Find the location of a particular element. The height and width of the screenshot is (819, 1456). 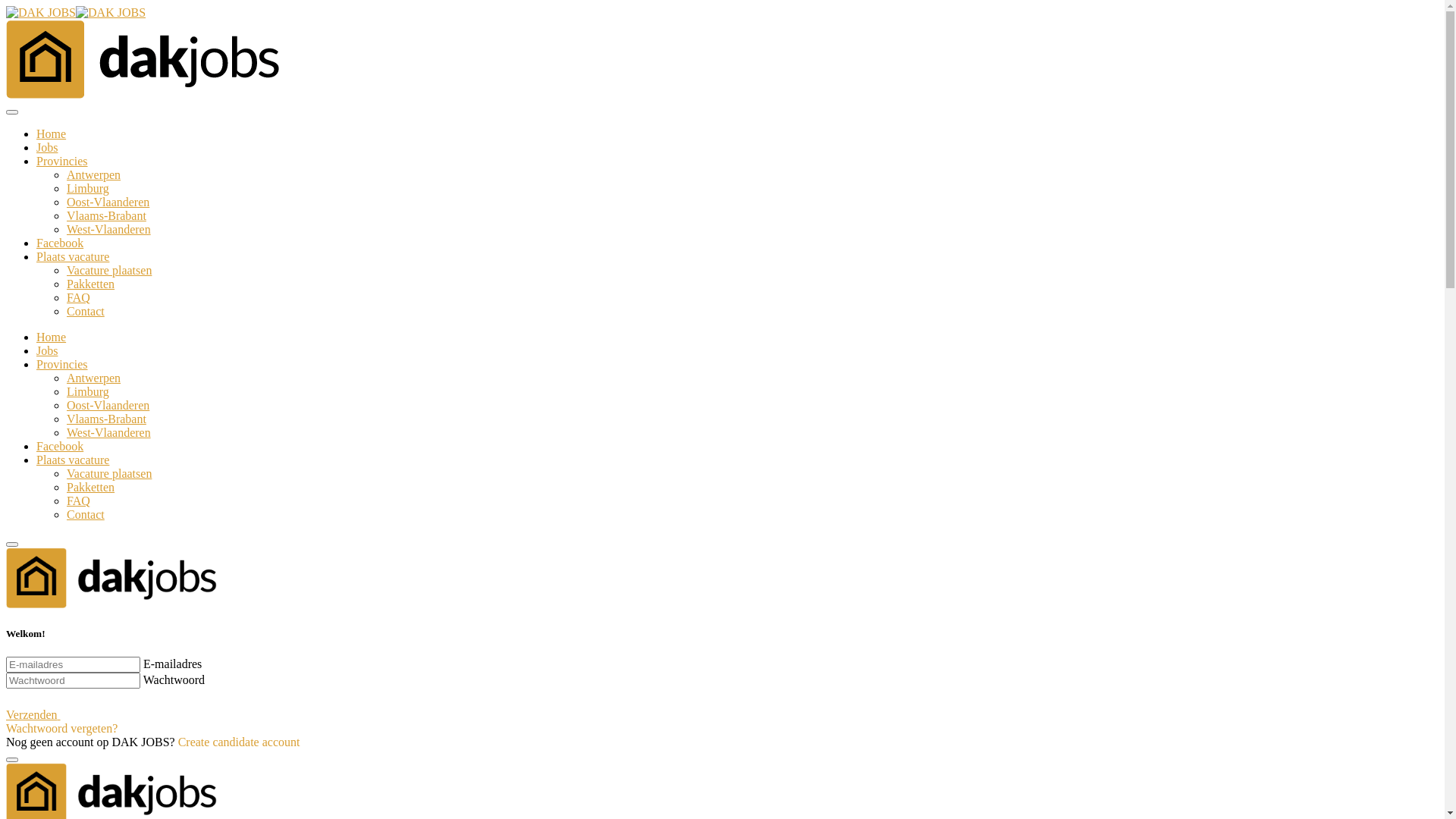

'Oost-Vlaanderen' is located at coordinates (107, 201).